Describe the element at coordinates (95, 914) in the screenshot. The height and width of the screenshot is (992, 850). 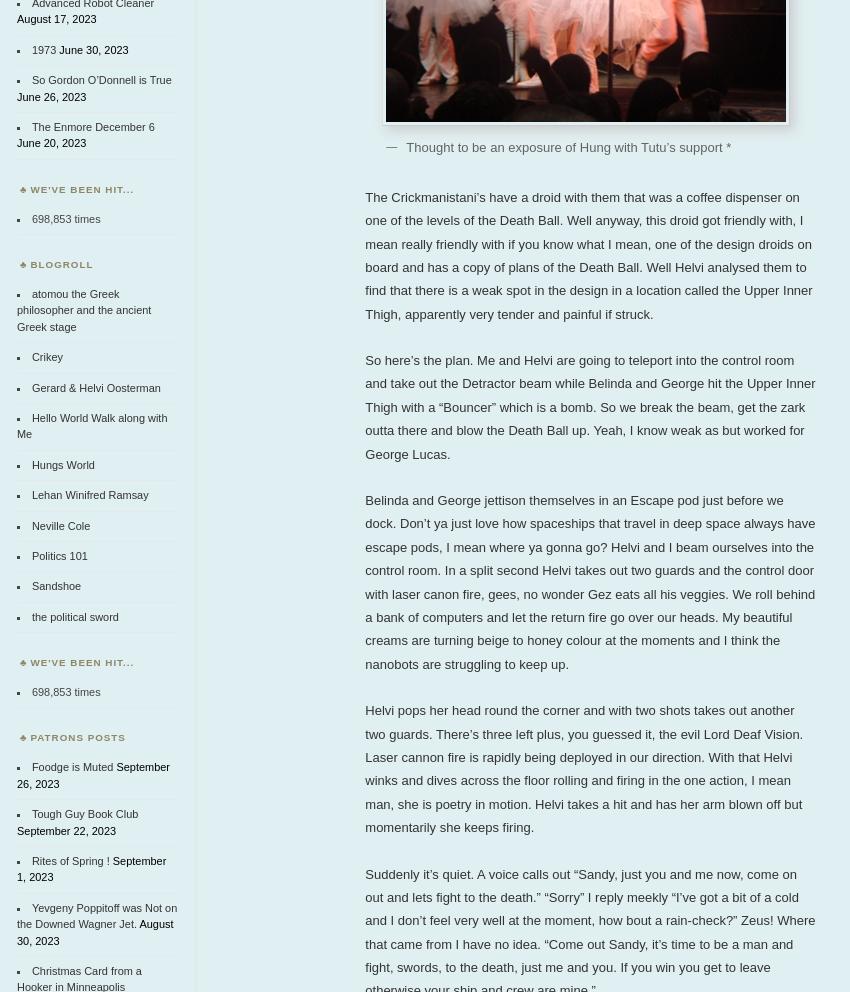
I see `'Yevgeny Poppitoff was Not on the Downed Wagner Jet.'` at that location.